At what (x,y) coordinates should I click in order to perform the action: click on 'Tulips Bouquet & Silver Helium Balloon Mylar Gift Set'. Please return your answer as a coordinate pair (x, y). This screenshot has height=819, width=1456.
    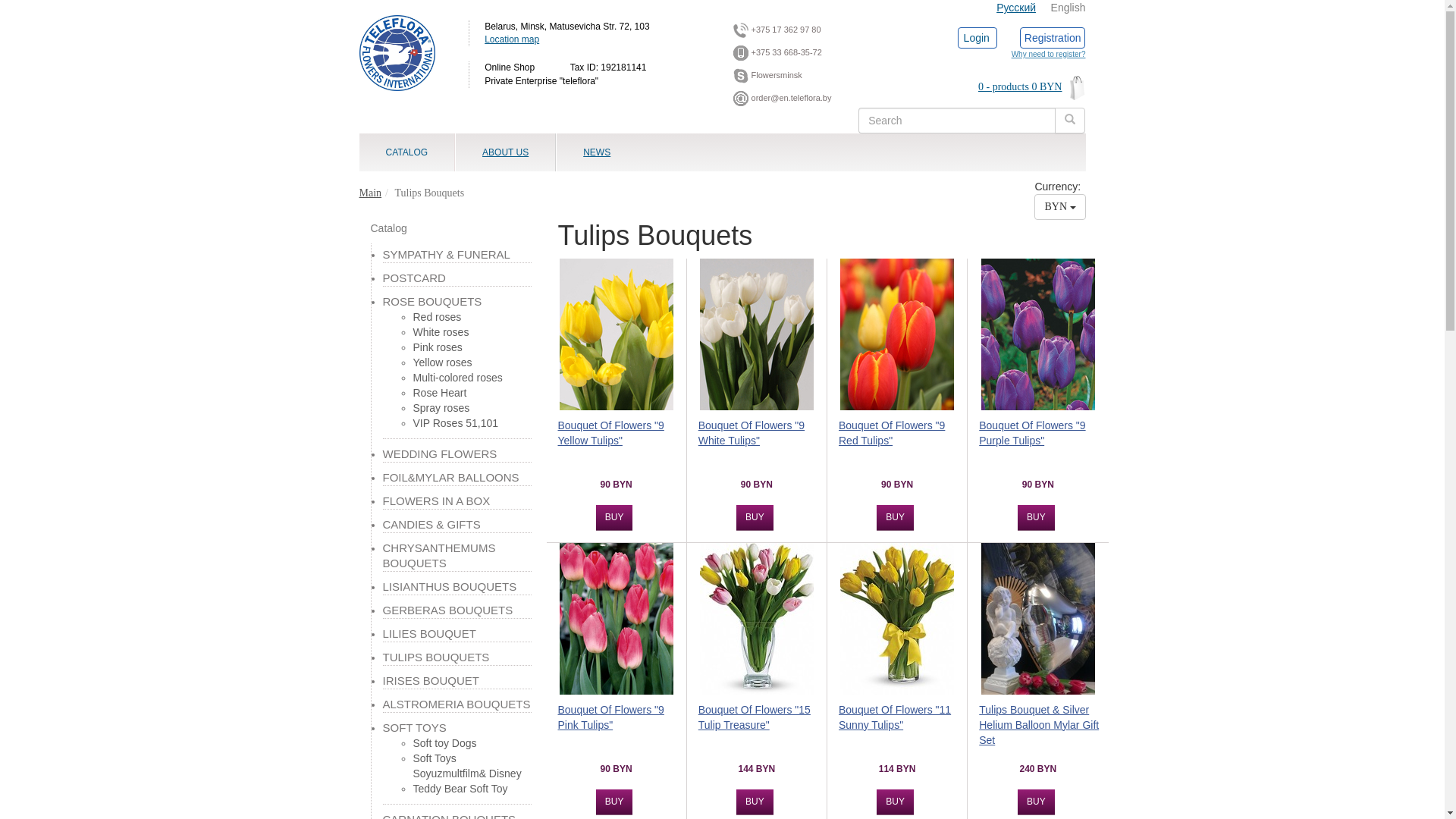
    Looking at the image, I should click on (1040, 722).